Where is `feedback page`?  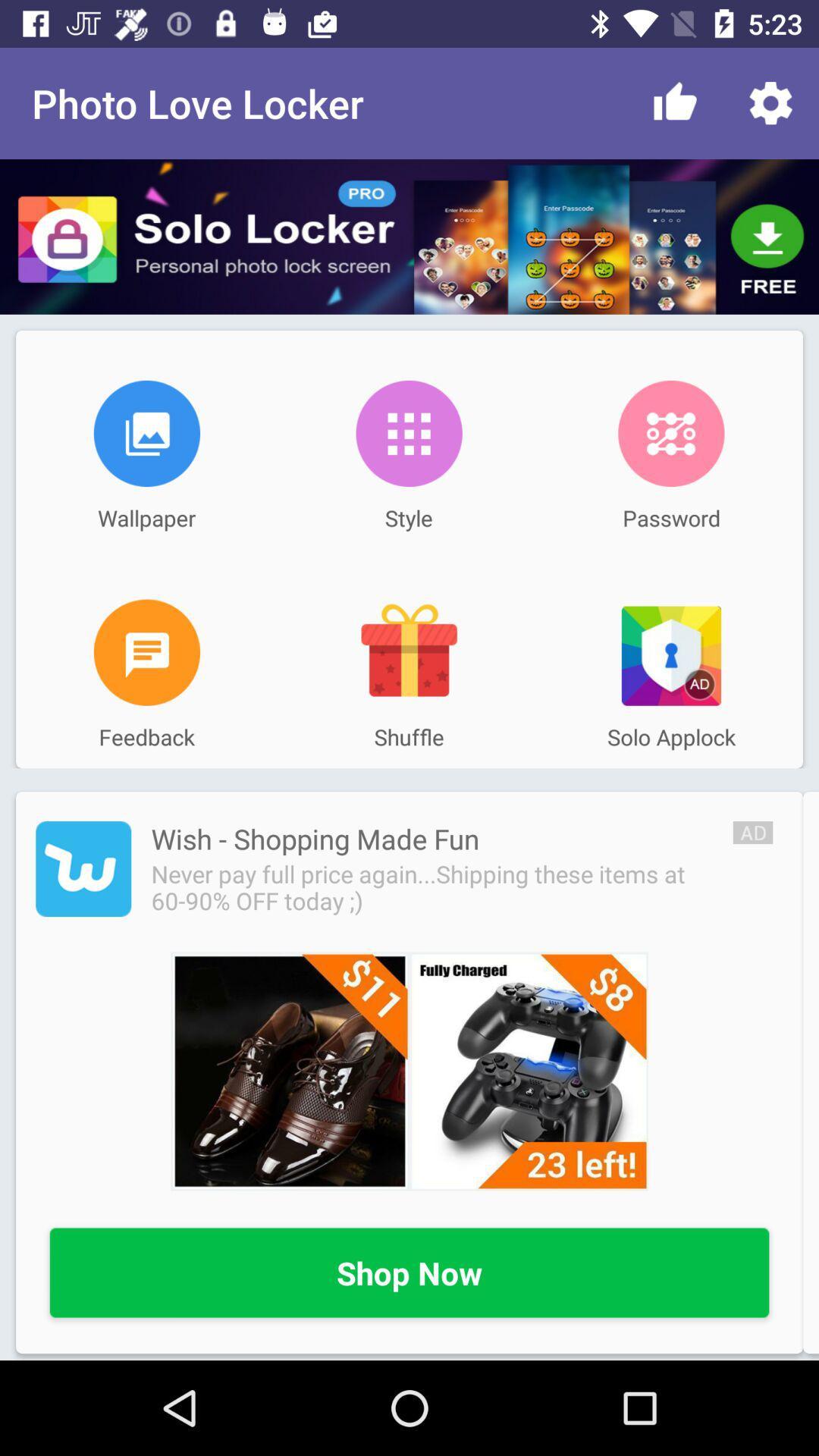 feedback page is located at coordinates (146, 652).